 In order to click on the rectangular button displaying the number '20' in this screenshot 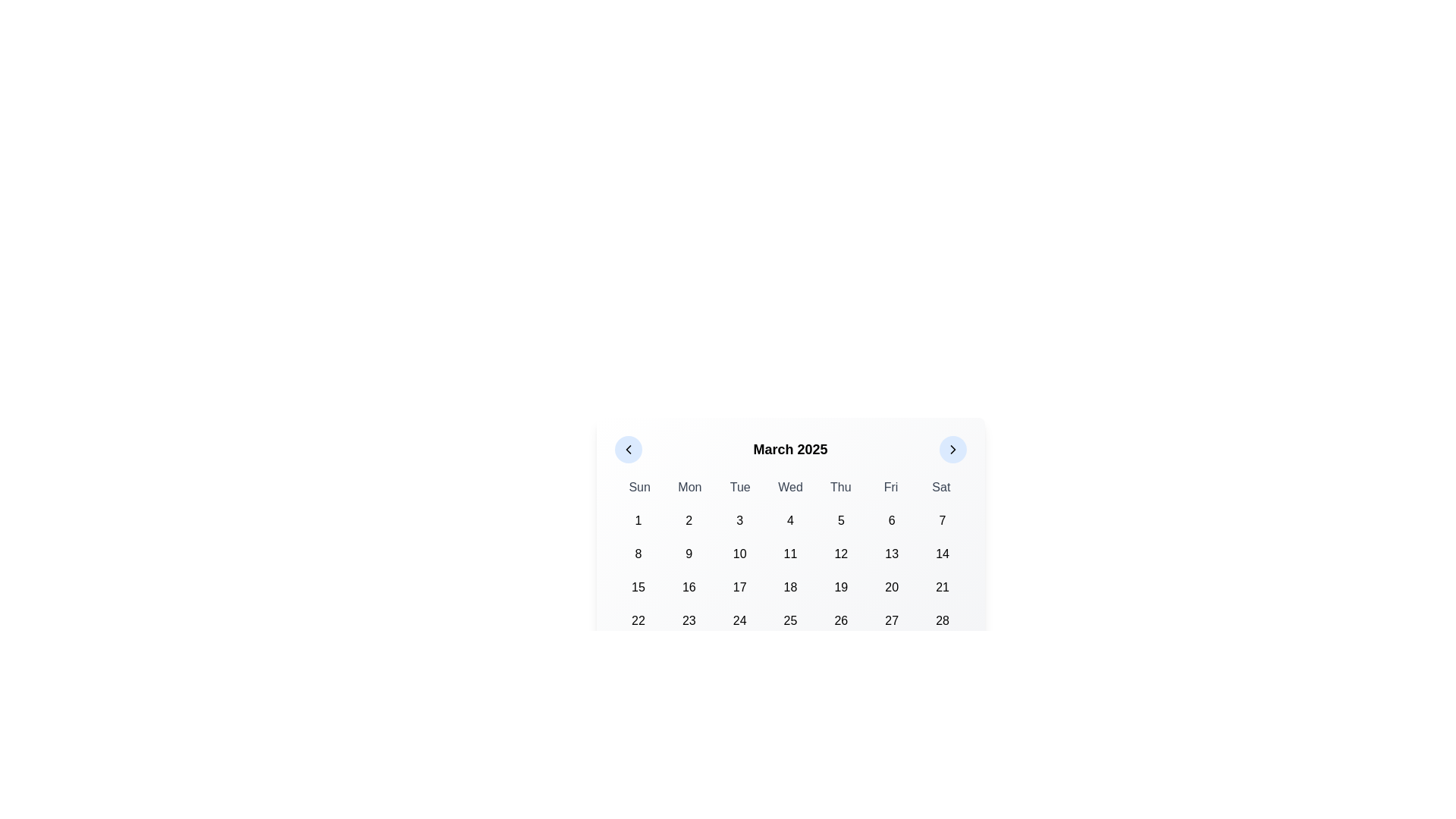, I will do `click(892, 587)`.